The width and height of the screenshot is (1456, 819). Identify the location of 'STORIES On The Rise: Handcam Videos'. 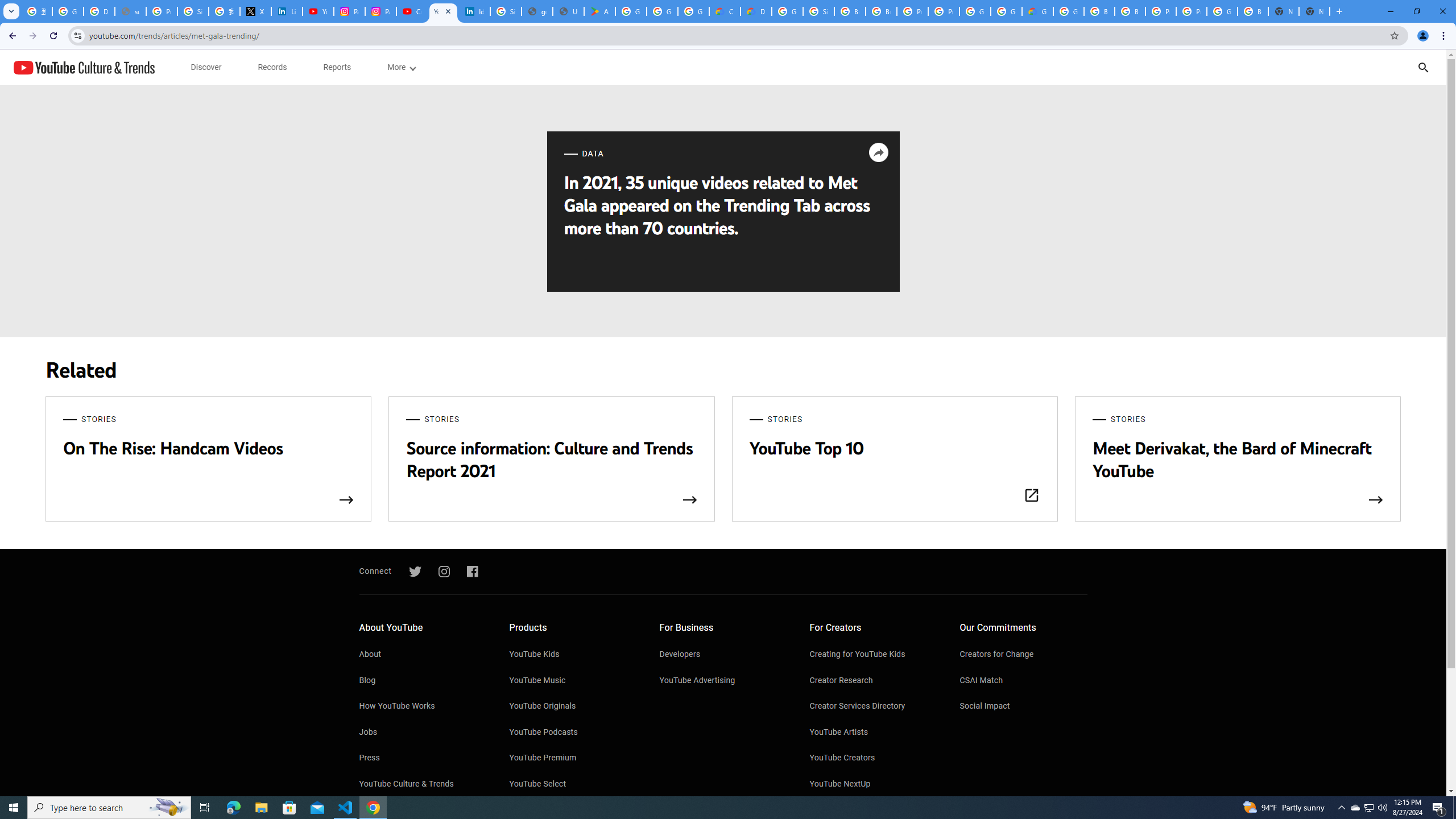
(208, 459).